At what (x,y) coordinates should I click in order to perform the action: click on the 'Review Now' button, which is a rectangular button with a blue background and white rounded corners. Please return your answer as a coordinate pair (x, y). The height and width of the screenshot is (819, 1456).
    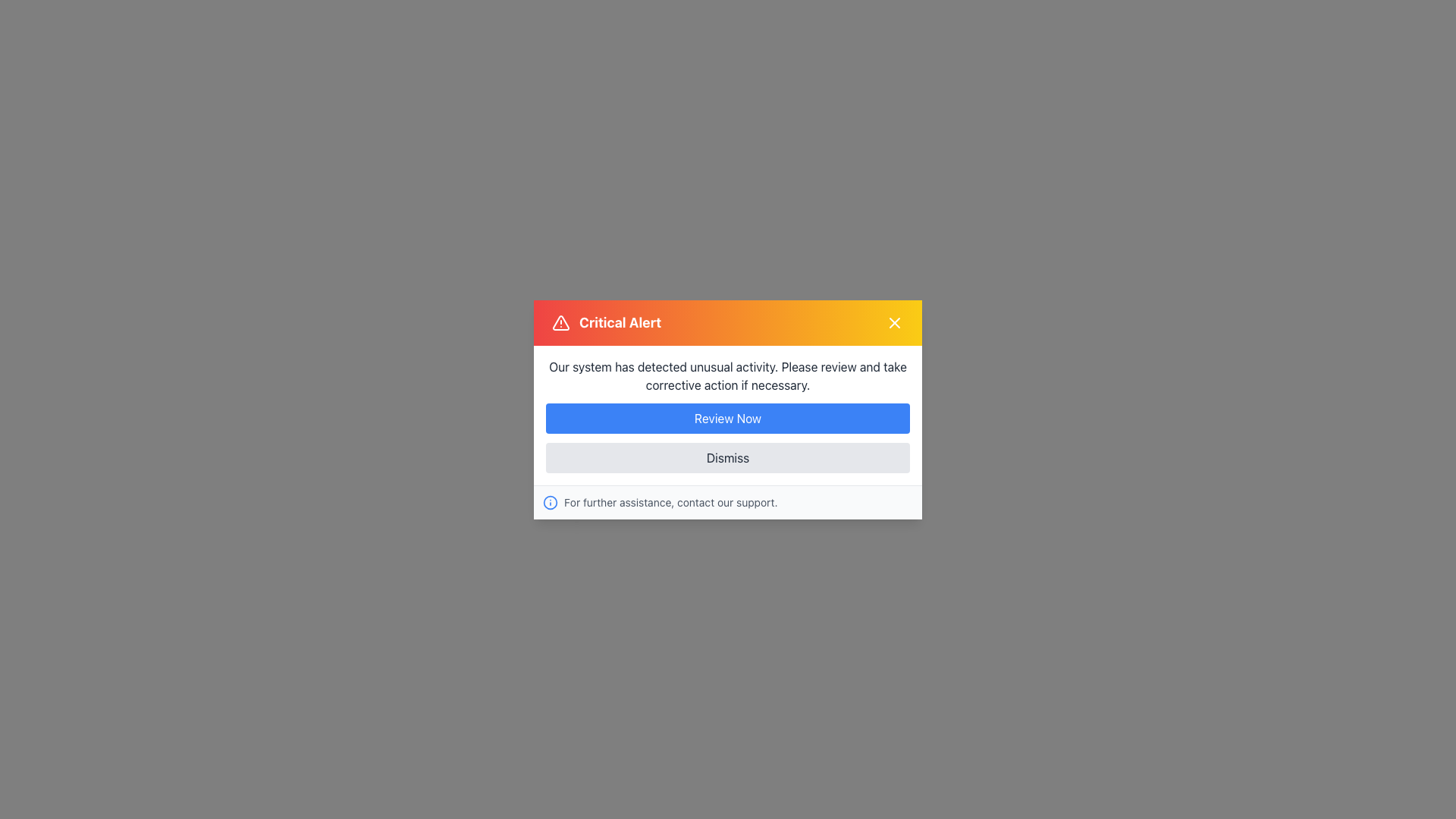
    Looking at the image, I should click on (728, 418).